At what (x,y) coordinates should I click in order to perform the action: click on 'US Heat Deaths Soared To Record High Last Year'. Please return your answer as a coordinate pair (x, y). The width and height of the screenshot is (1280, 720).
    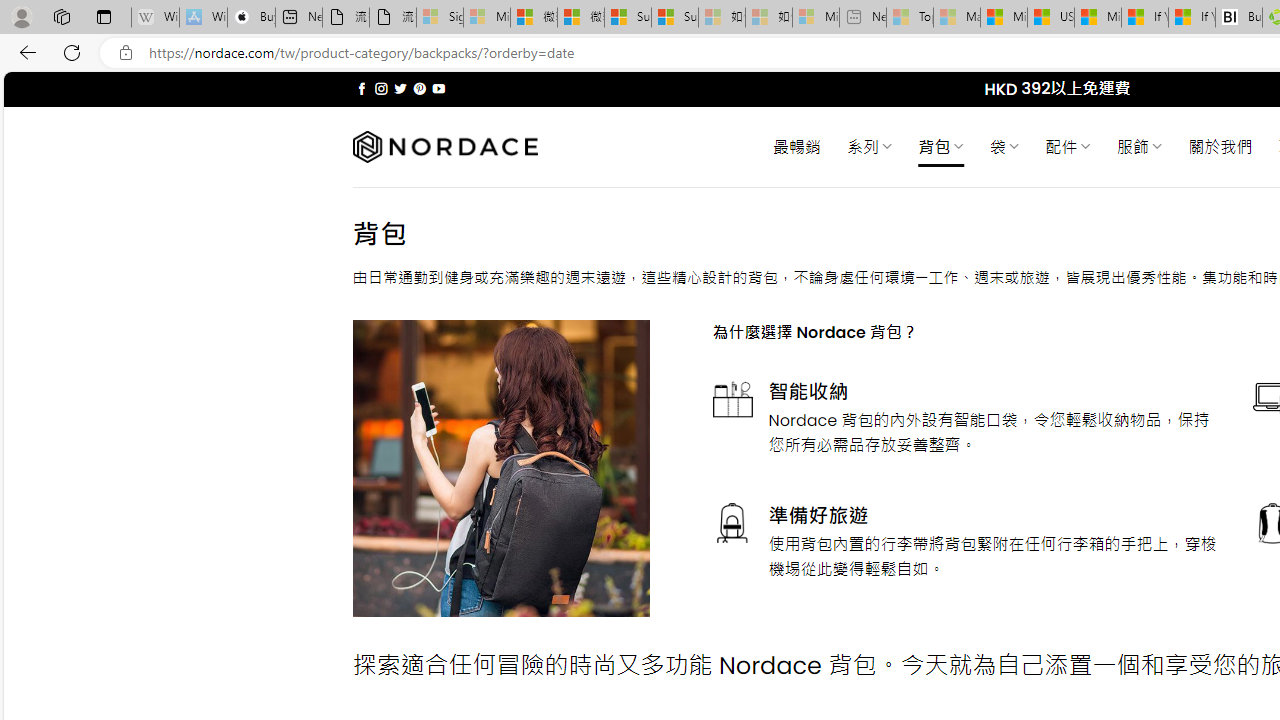
    Looking at the image, I should click on (1049, 17).